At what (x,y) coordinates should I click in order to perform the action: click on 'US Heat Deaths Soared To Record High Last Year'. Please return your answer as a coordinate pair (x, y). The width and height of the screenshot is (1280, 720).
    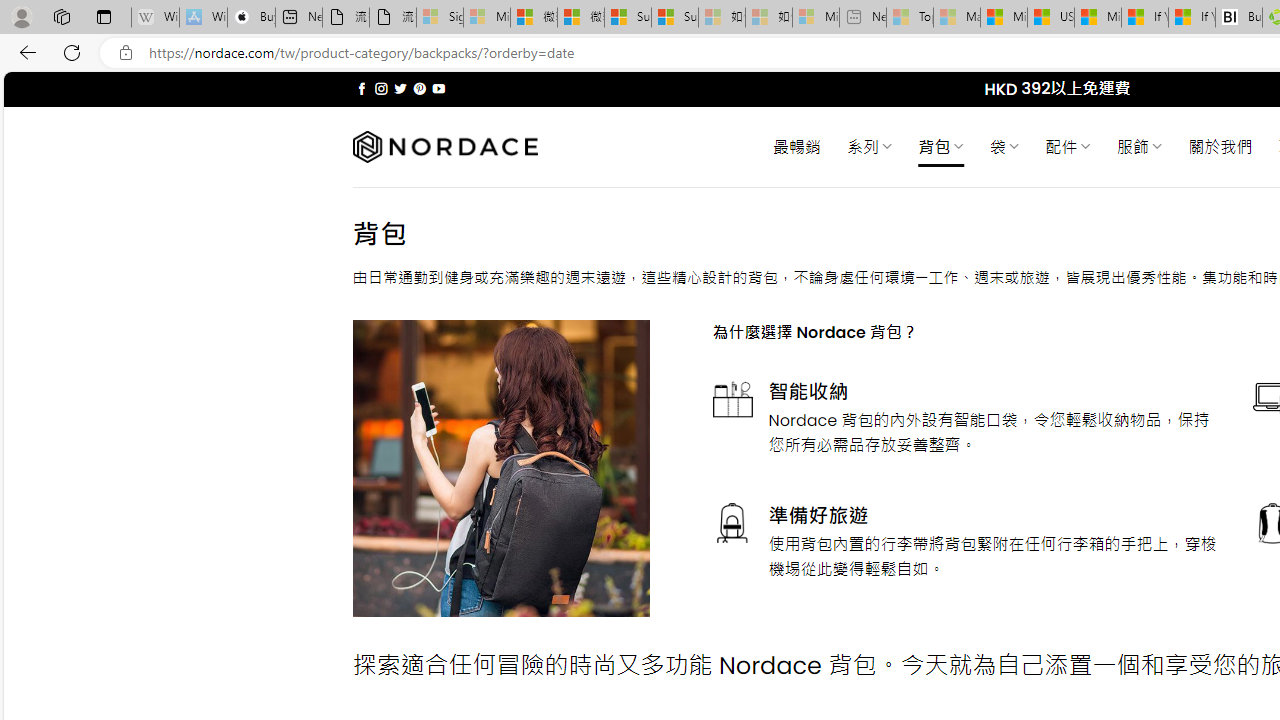
    Looking at the image, I should click on (1049, 17).